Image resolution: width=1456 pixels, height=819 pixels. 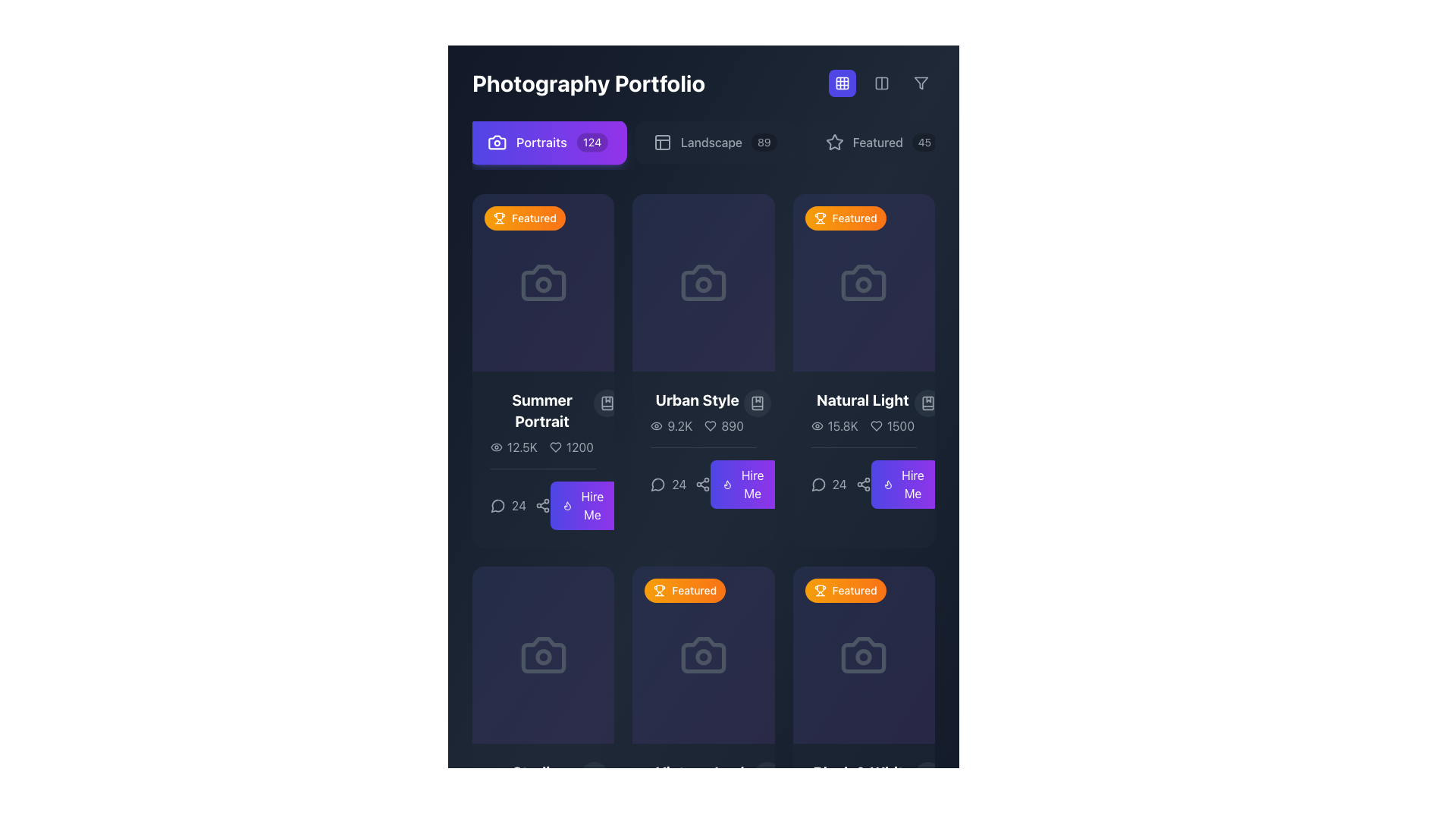 I want to click on the static text displaying the number '890', which is in white on a dark background and is styled in a simple sans-serif font, located beneath the title in the 'Urban Style' card, so click(x=733, y=426).